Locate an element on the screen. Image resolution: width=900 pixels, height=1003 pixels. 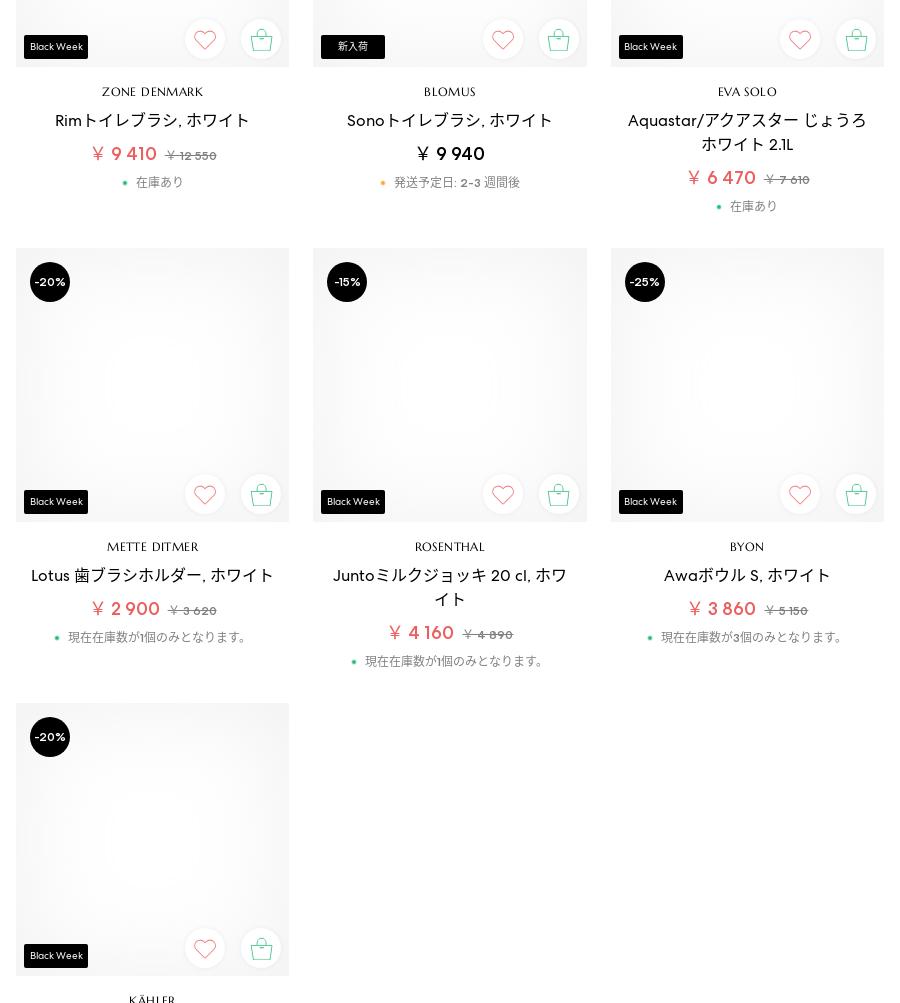
'Rimトイレブラシ, ホワイト' is located at coordinates (152, 119).